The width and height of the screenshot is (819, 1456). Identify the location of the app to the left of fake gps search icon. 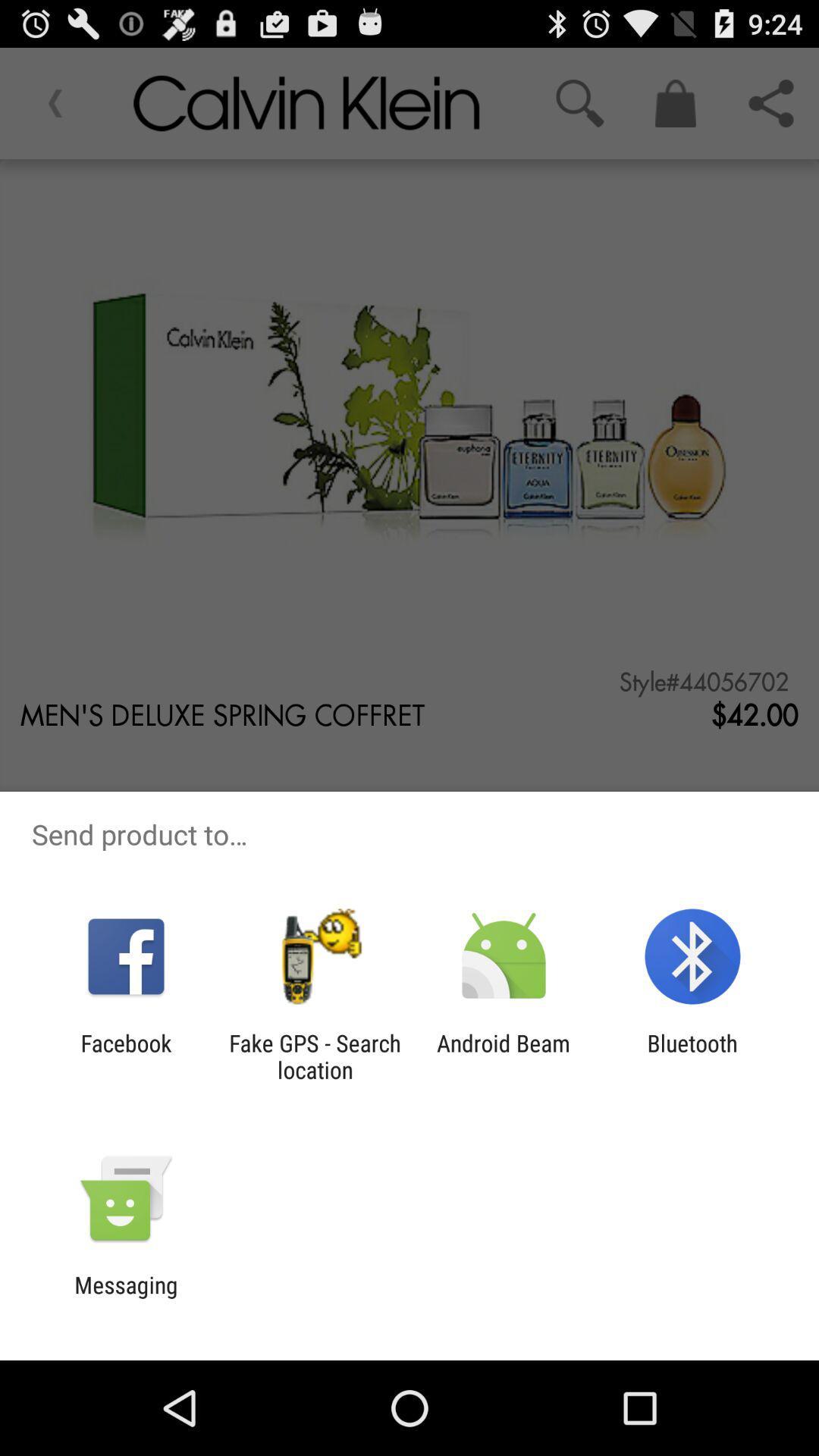
(125, 1056).